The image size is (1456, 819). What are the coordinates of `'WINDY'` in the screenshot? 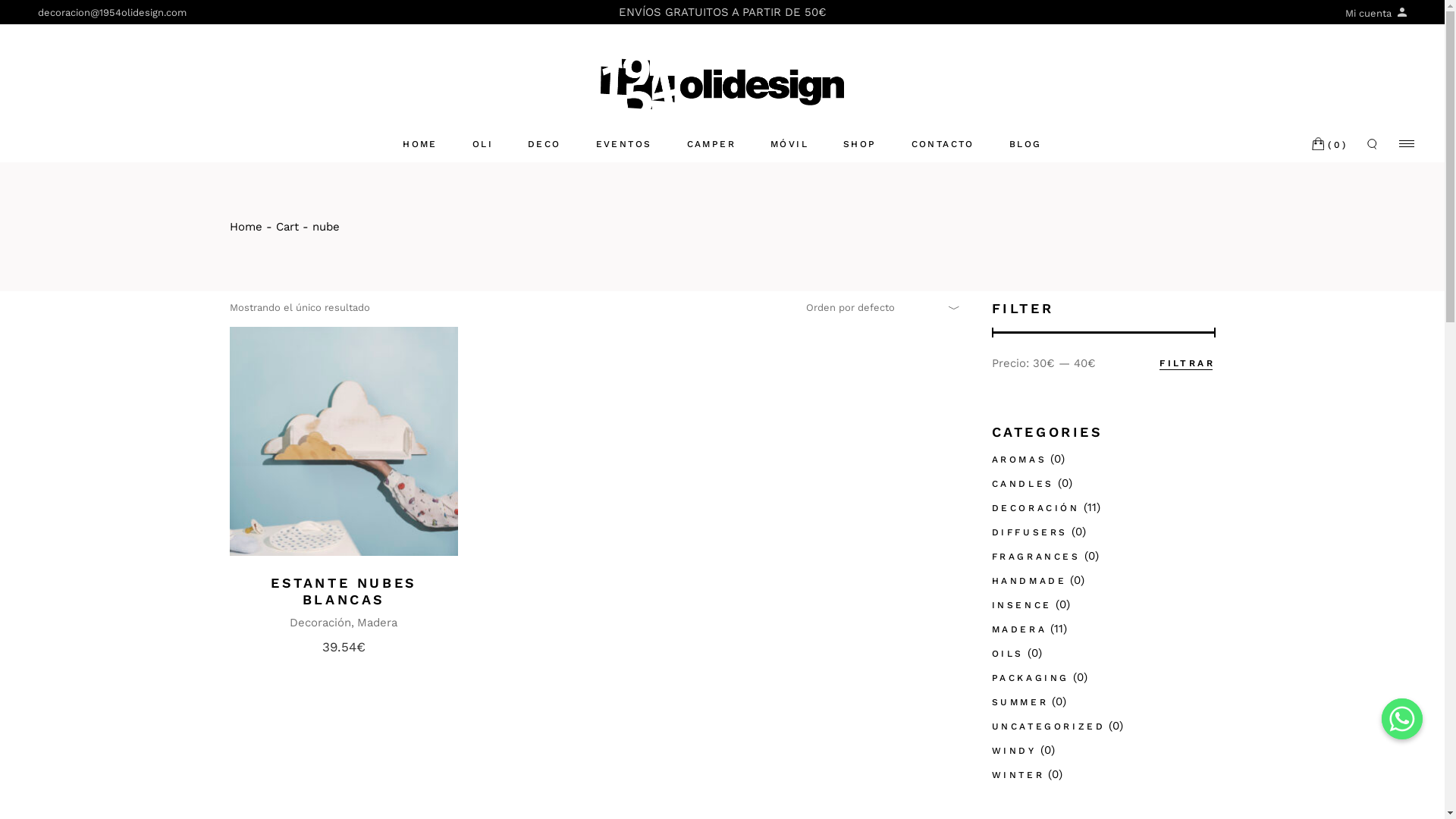 It's located at (1014, 751).